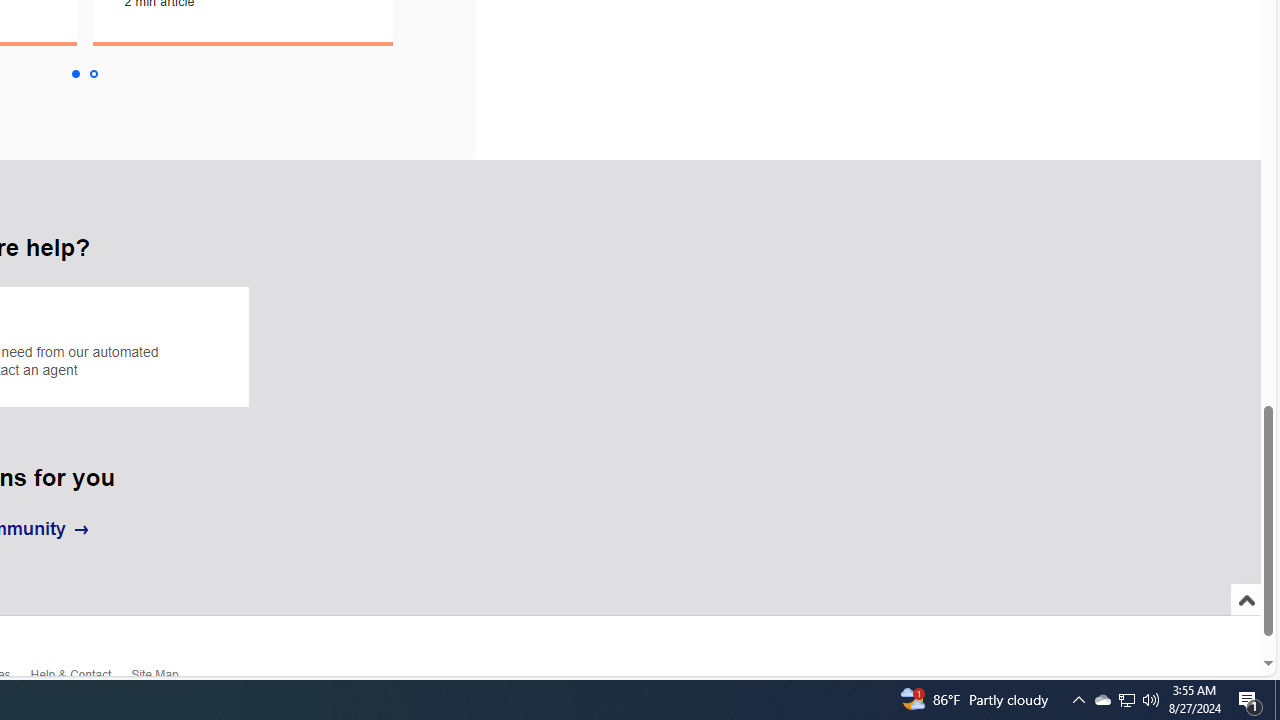  Describe the element at coordinates (1245, 620) in the screenshot. I see `'Scroll to top'` at that location.